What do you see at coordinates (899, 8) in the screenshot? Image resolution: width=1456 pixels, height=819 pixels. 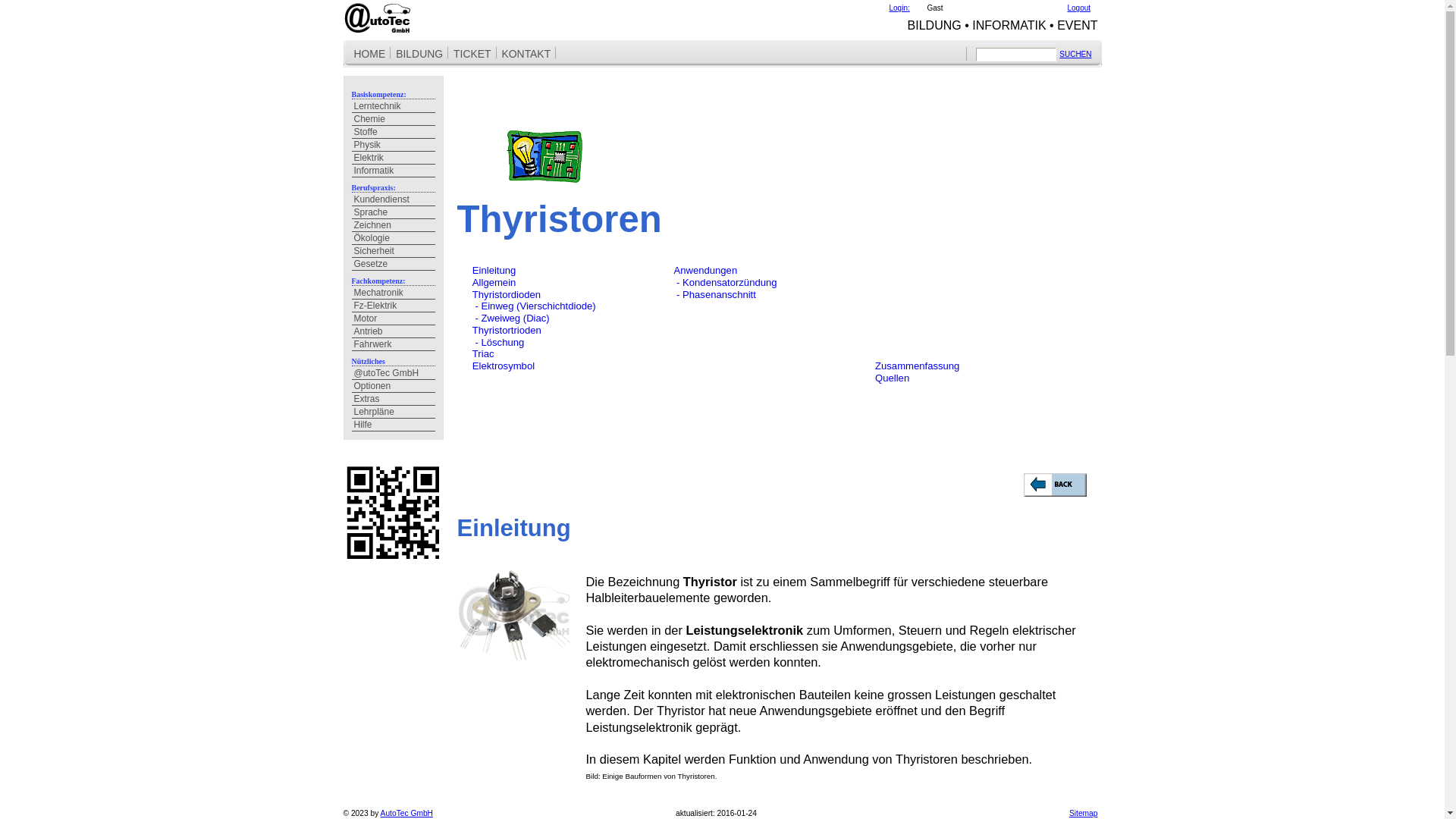 I see `'Login:'` at bounding box center [899, 8].